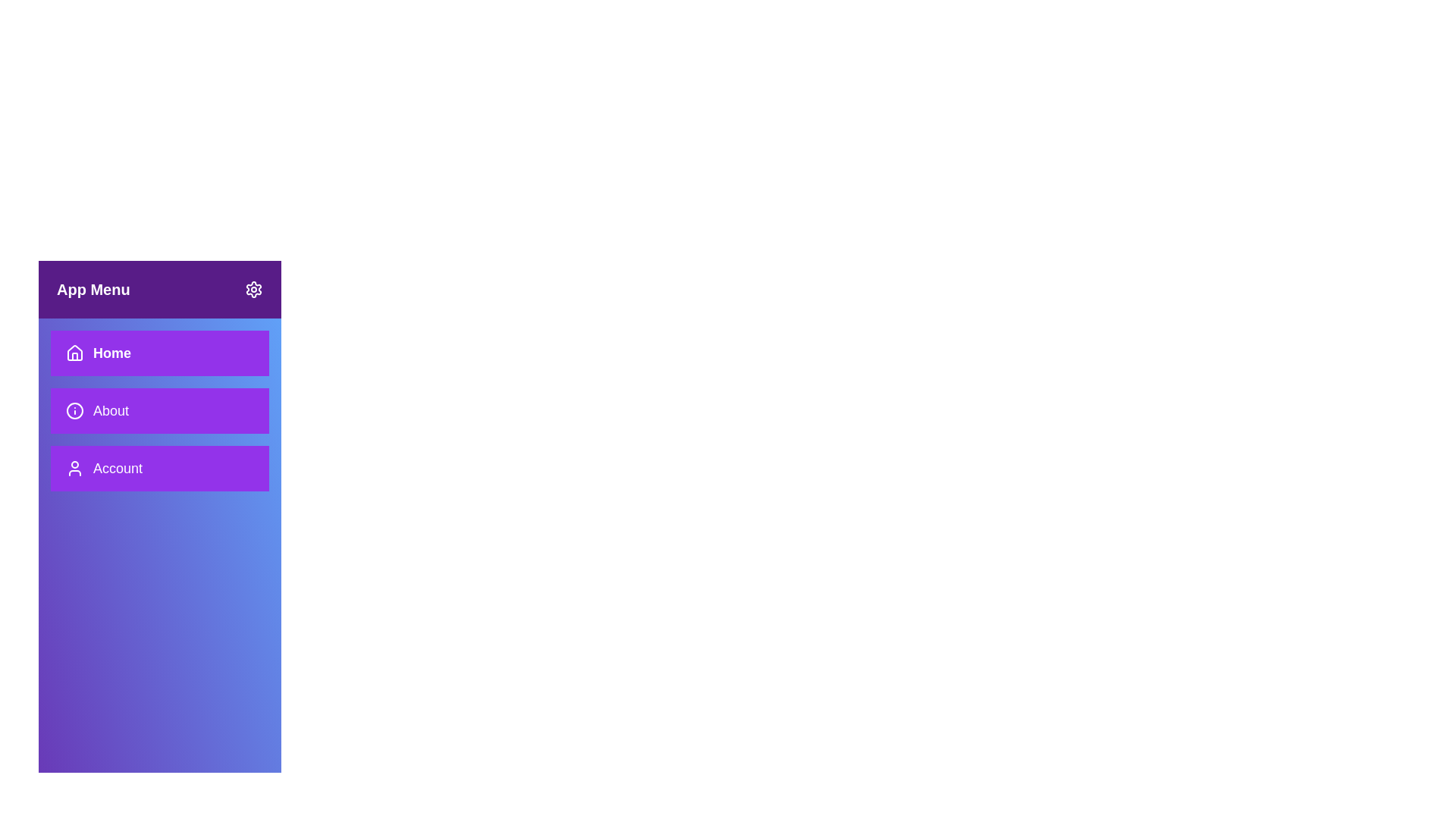  What do you see at coordinates (160, 467) in the screenshot?
I see `the Account section from the sidebar menu` at bounding box center [160, 467].